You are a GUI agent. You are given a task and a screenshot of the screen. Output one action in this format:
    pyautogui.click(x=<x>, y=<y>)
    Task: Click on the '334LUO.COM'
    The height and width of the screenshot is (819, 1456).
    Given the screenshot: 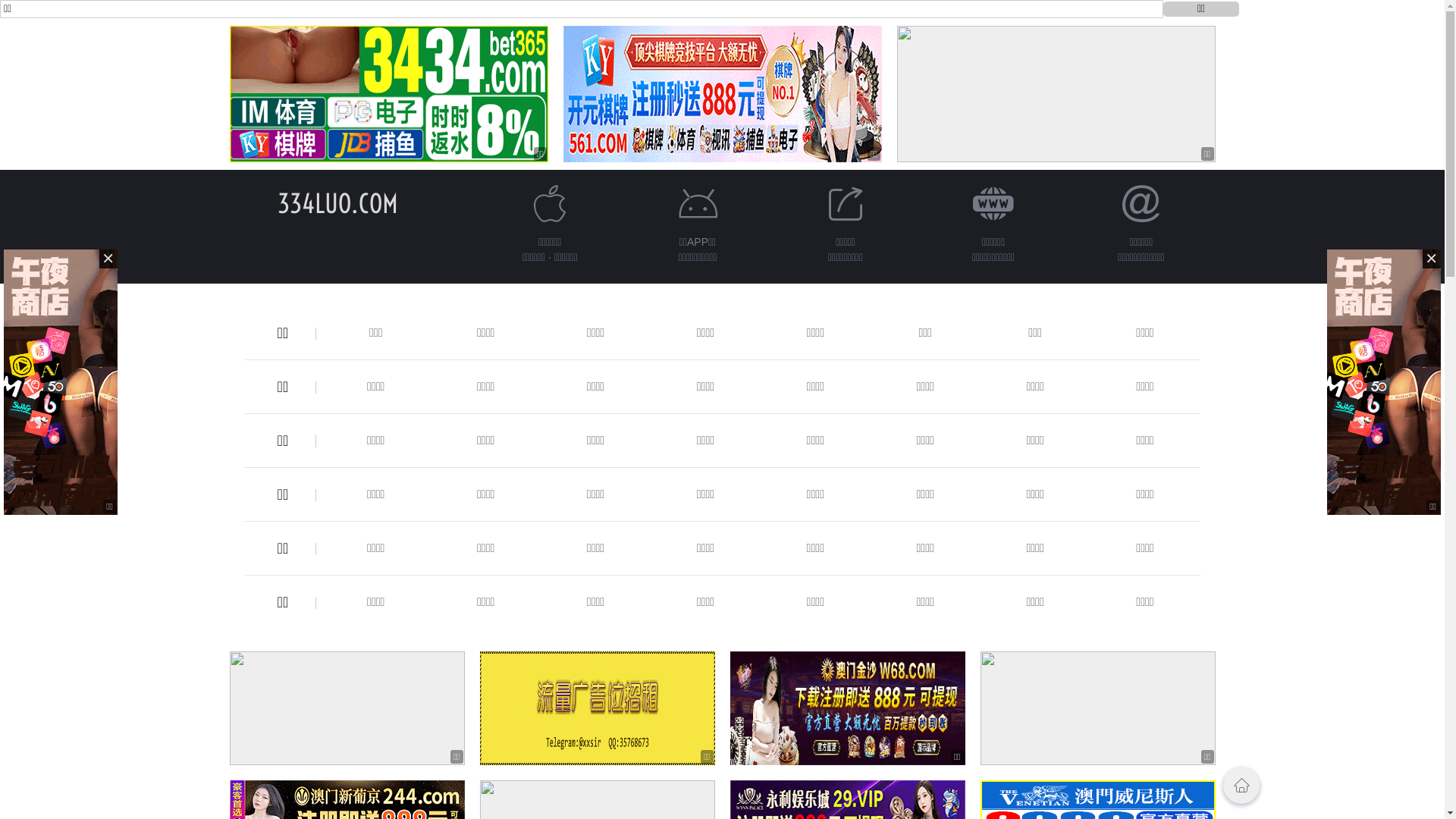 What is the action you would take?
    pyautogui.click(x=337, y=202)
    